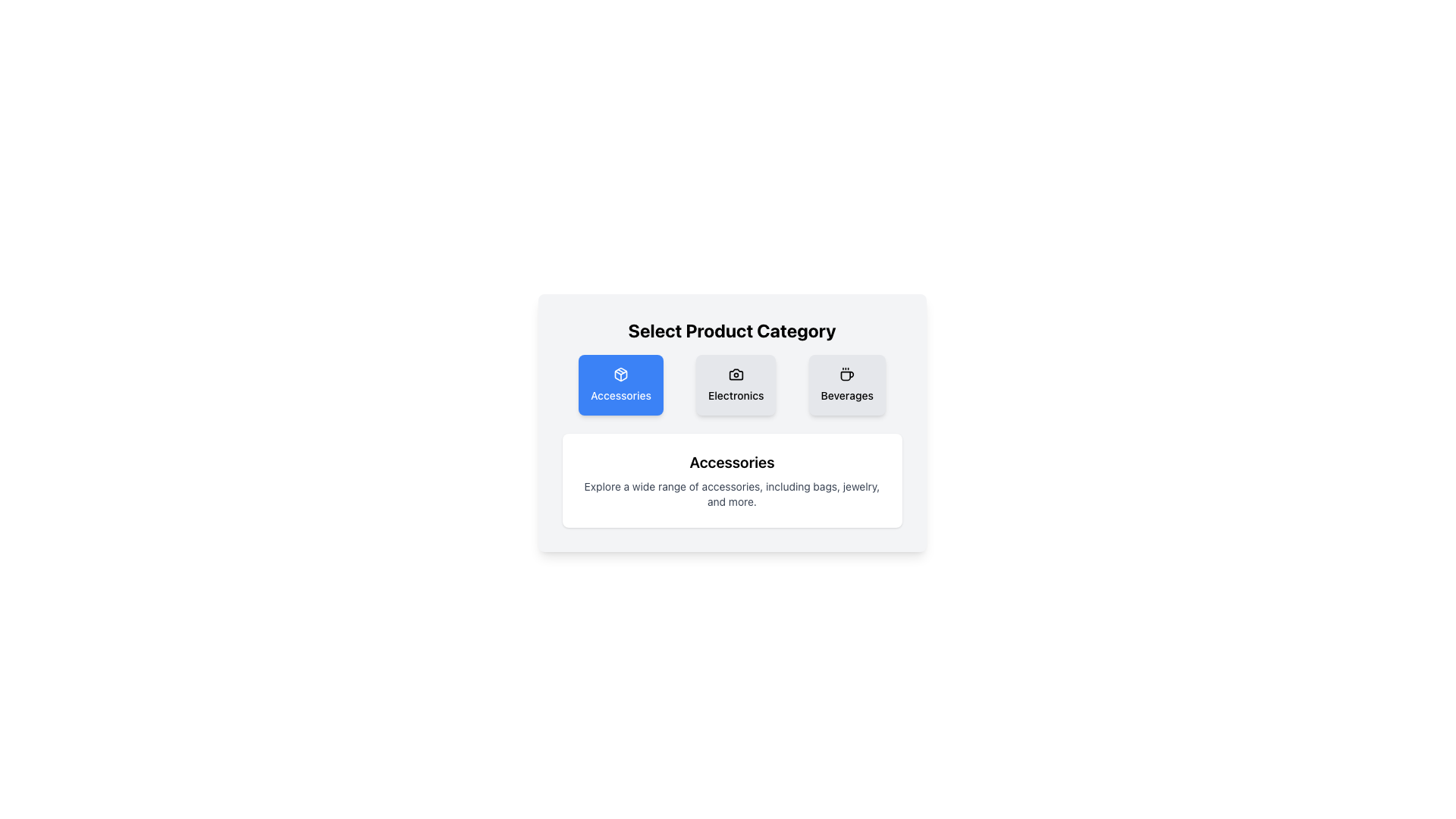 This screenshot has height=819, width=1456. I want to click on the bold, large-sized text element that reads 'Select Product Category', so click(732, 329).